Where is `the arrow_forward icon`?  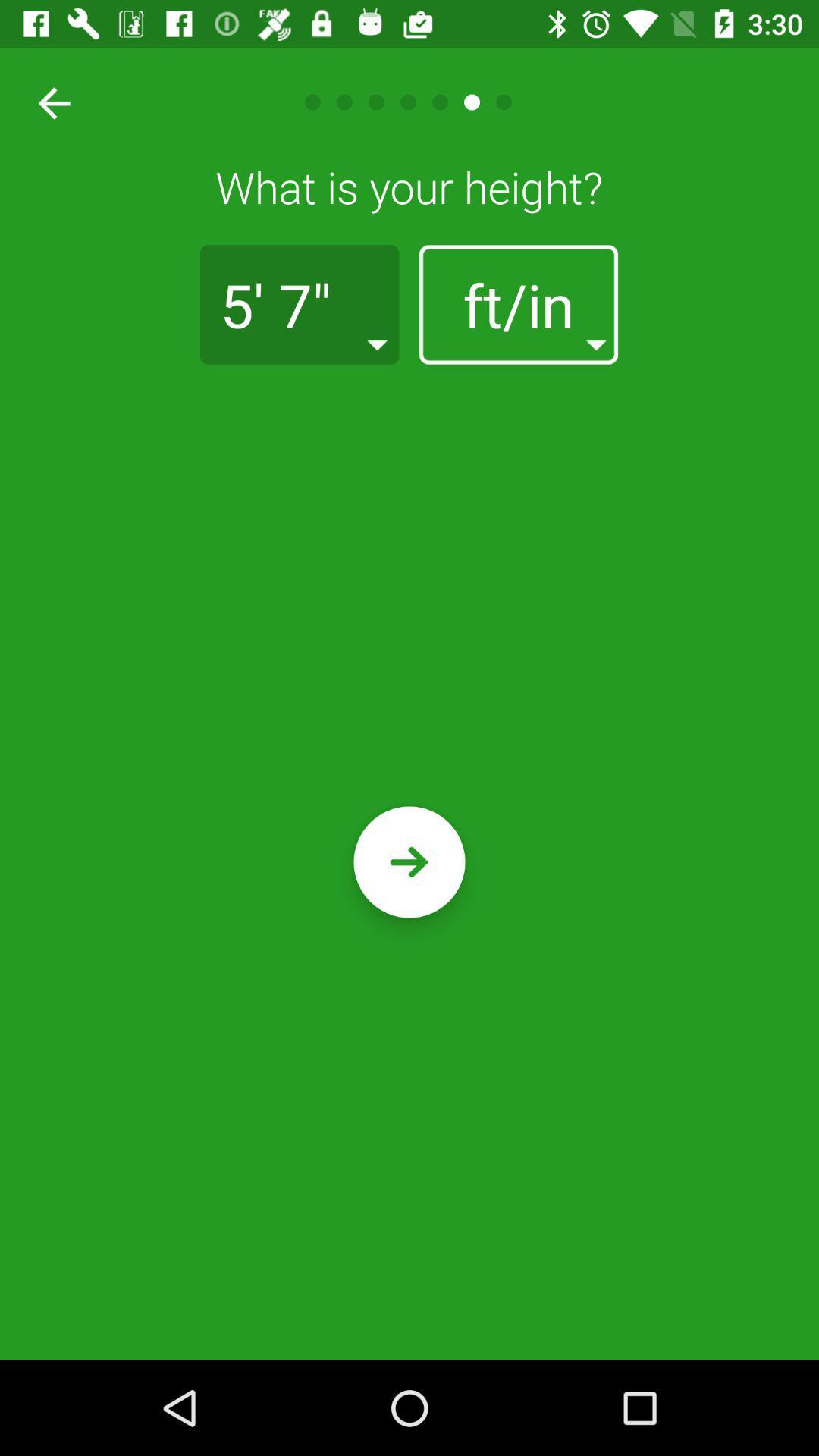 the arrow_forward icon is located at coordinates (409, 862).